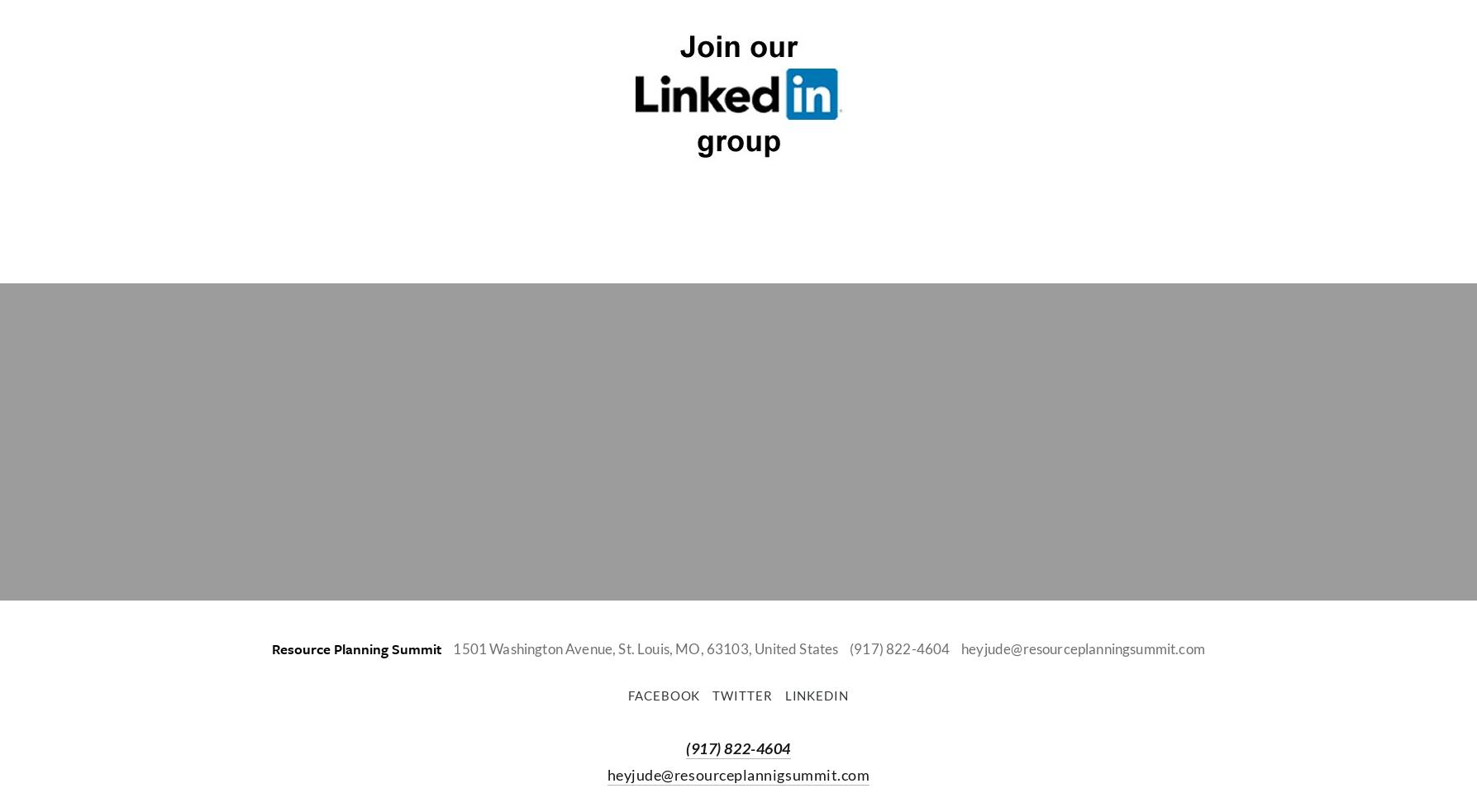 The height and width of the screenshot is (812, 1477). I want to click on '1501 Washington Avenue,', so click(533, 648).